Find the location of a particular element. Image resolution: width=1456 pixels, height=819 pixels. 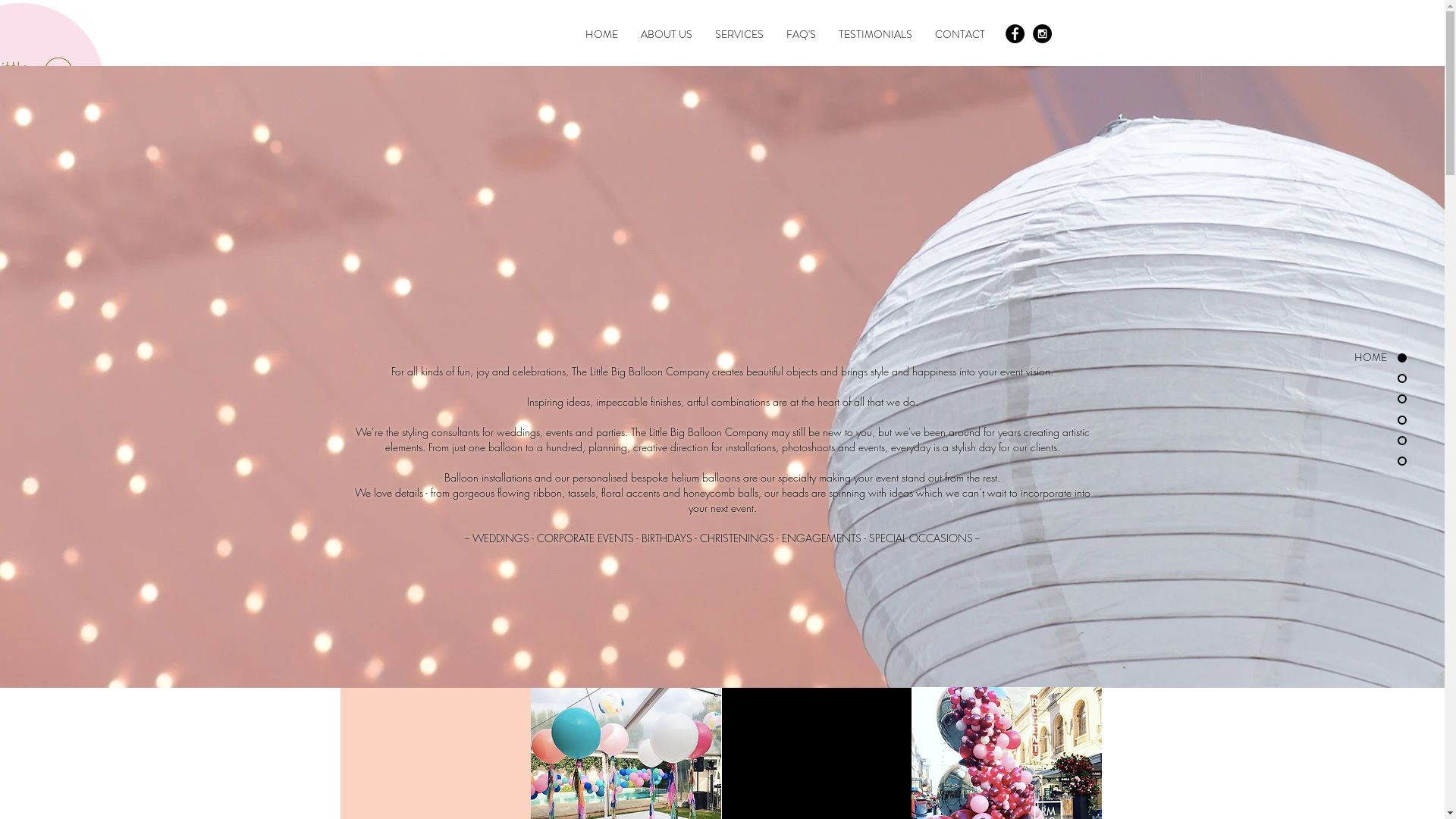

'HOME' is located at coordinates (600, 34).